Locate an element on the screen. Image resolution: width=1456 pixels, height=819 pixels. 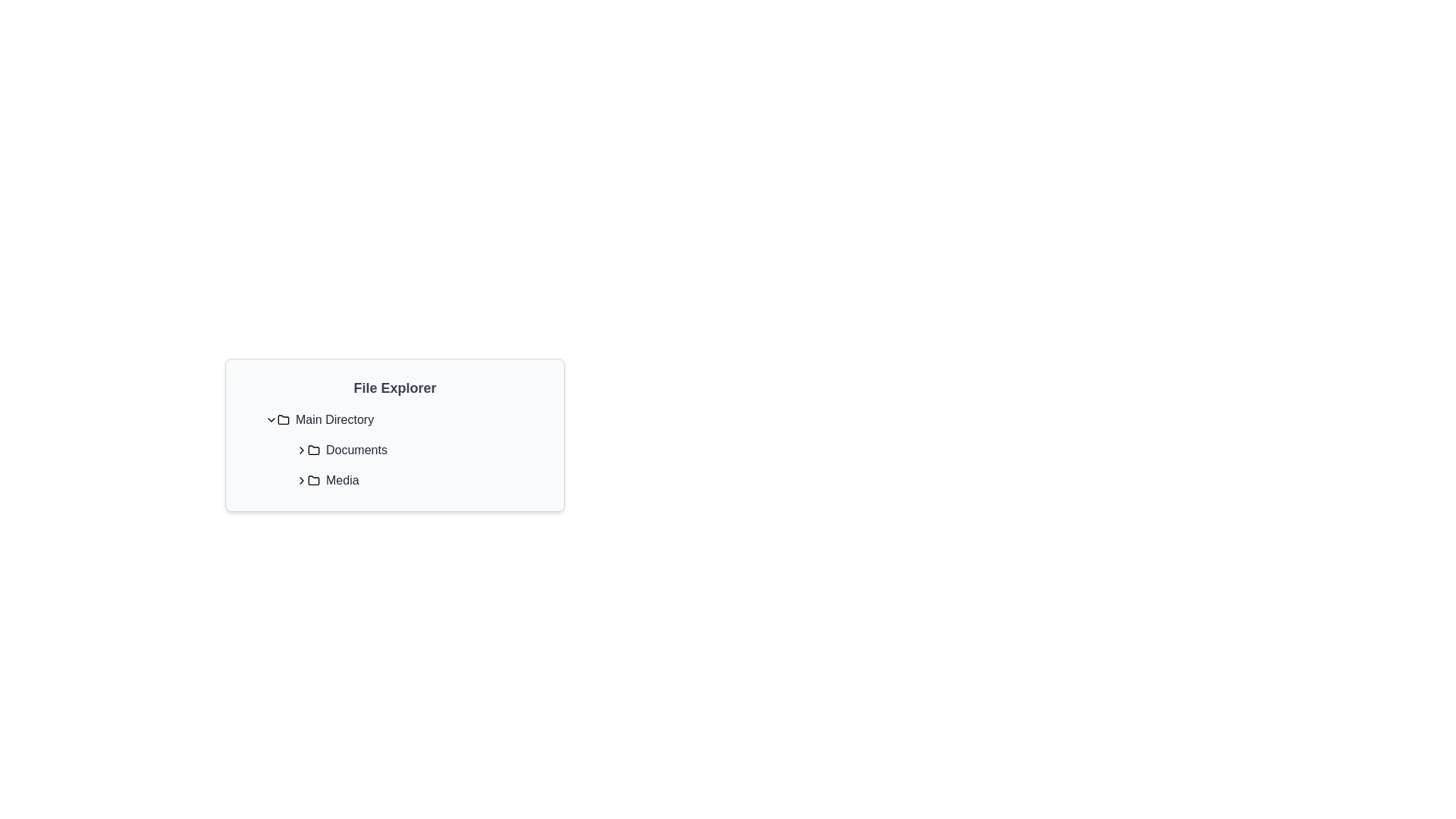
the folder icon that represents the 'Main Directory' in the file explorer interface, which is located to the left of the 'Main Directory' label is located at coordinates (284, 419).